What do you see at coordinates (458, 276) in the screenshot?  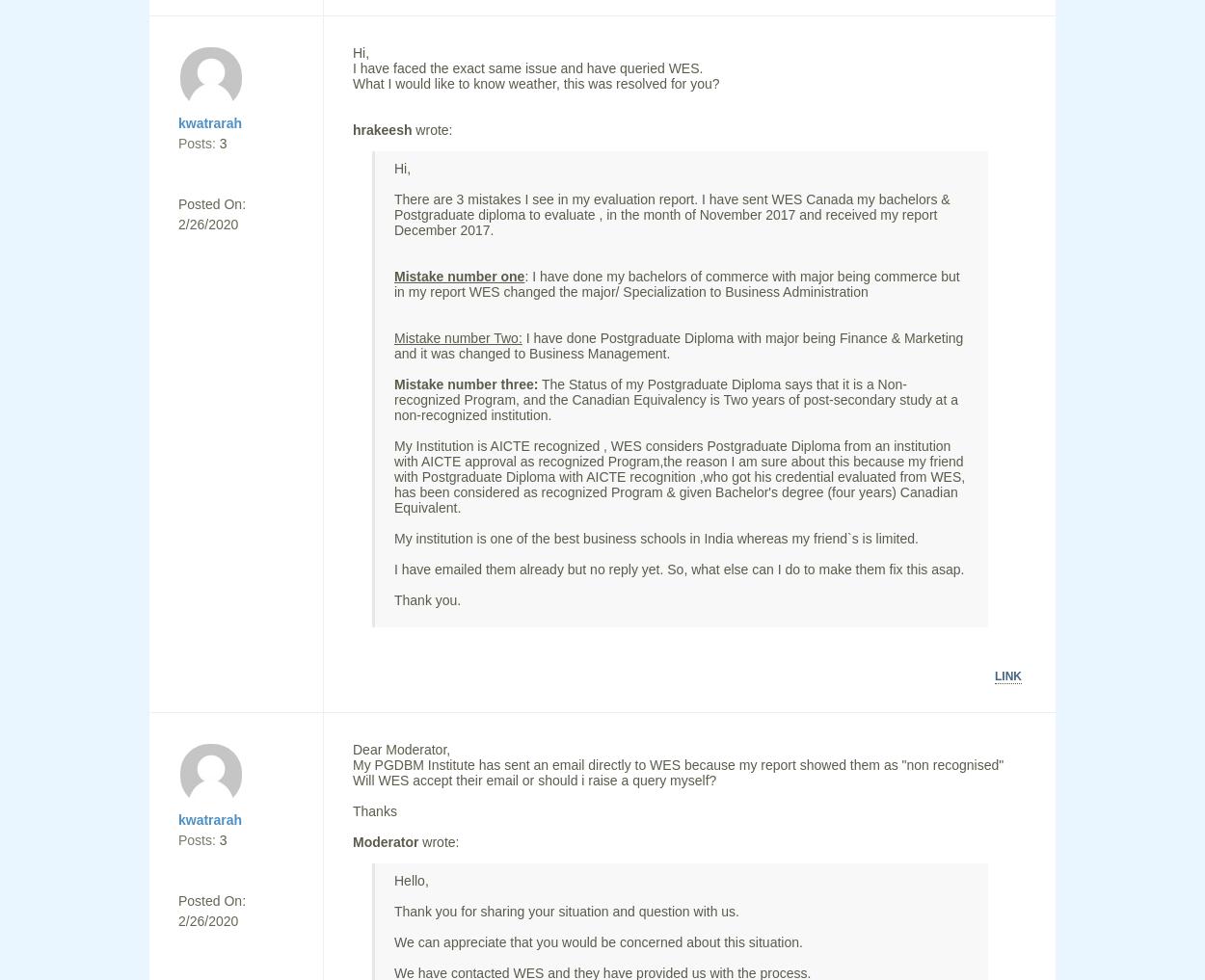 I see `'Mistake number one'` at bounding box center [458, 276].